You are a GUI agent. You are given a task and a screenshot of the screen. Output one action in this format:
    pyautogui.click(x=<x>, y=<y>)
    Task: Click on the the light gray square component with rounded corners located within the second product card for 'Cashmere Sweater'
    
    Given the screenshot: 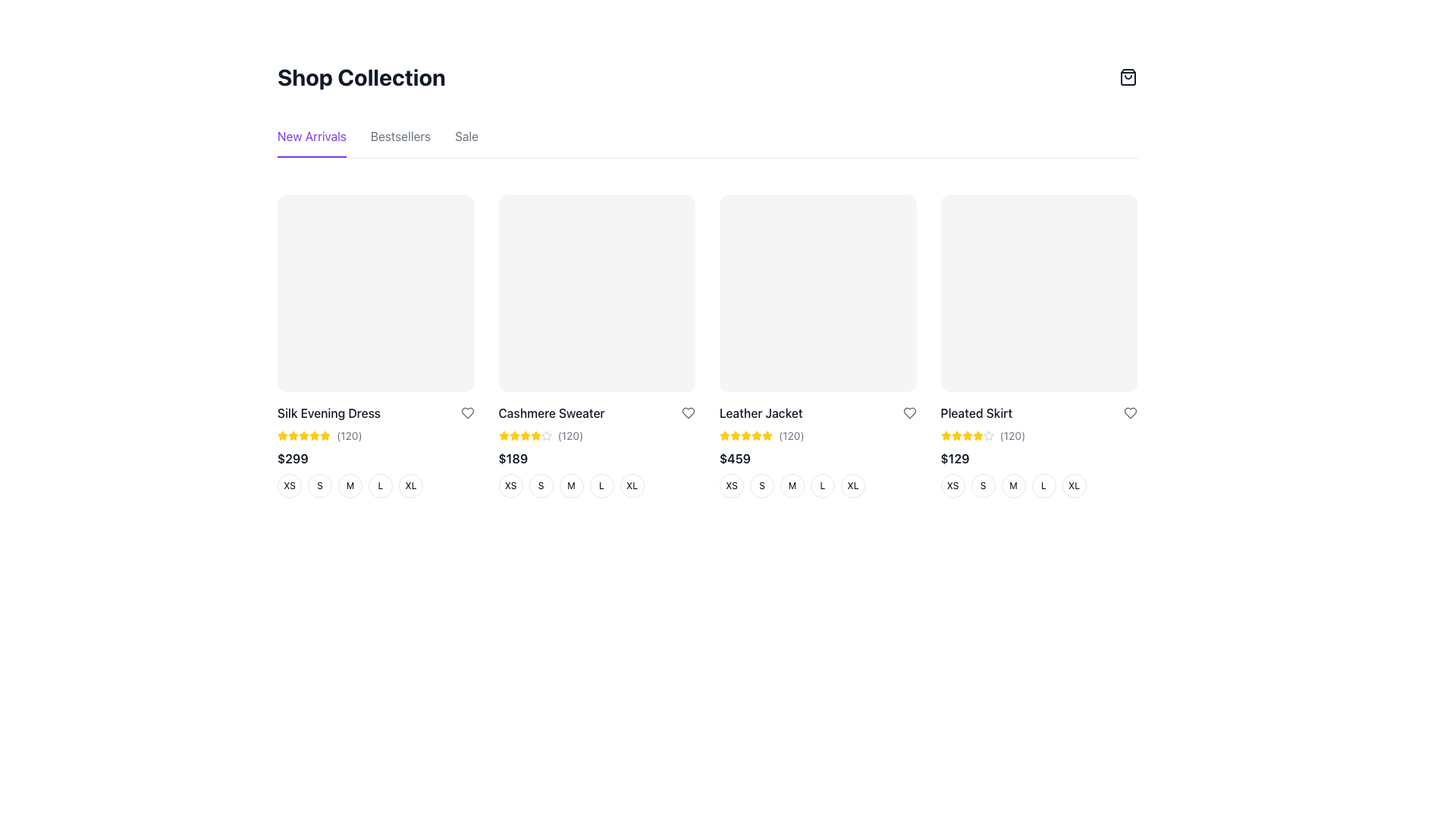 What is the action you would take?
    pyautogui.click(x=596, y=293)
    